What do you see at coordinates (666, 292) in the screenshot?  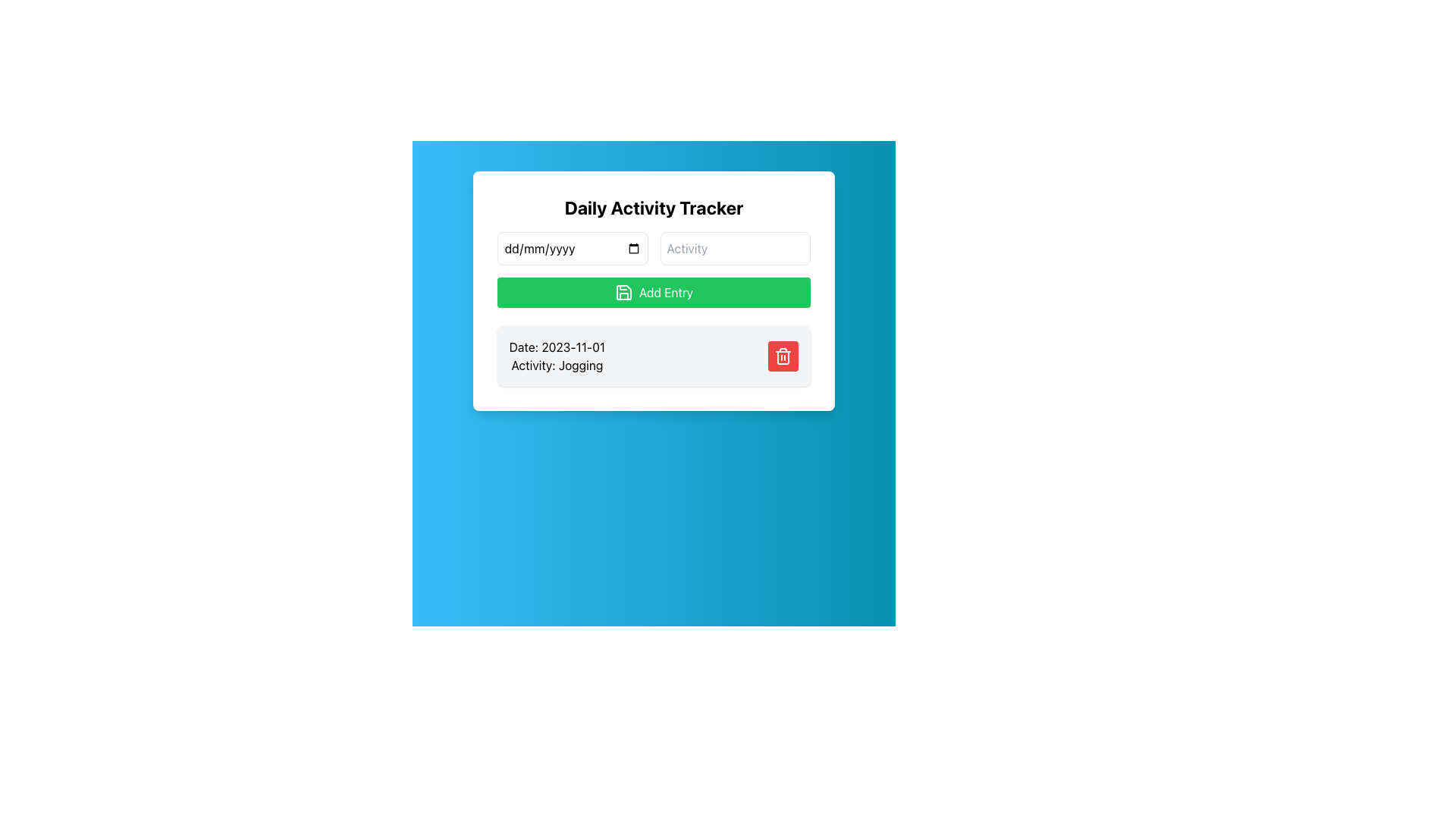 I see `the button labeled 'Add Entry' which is green and located below the input fields for date and activity, positioned to the right of a save icon` at bounding box center [666, 292].